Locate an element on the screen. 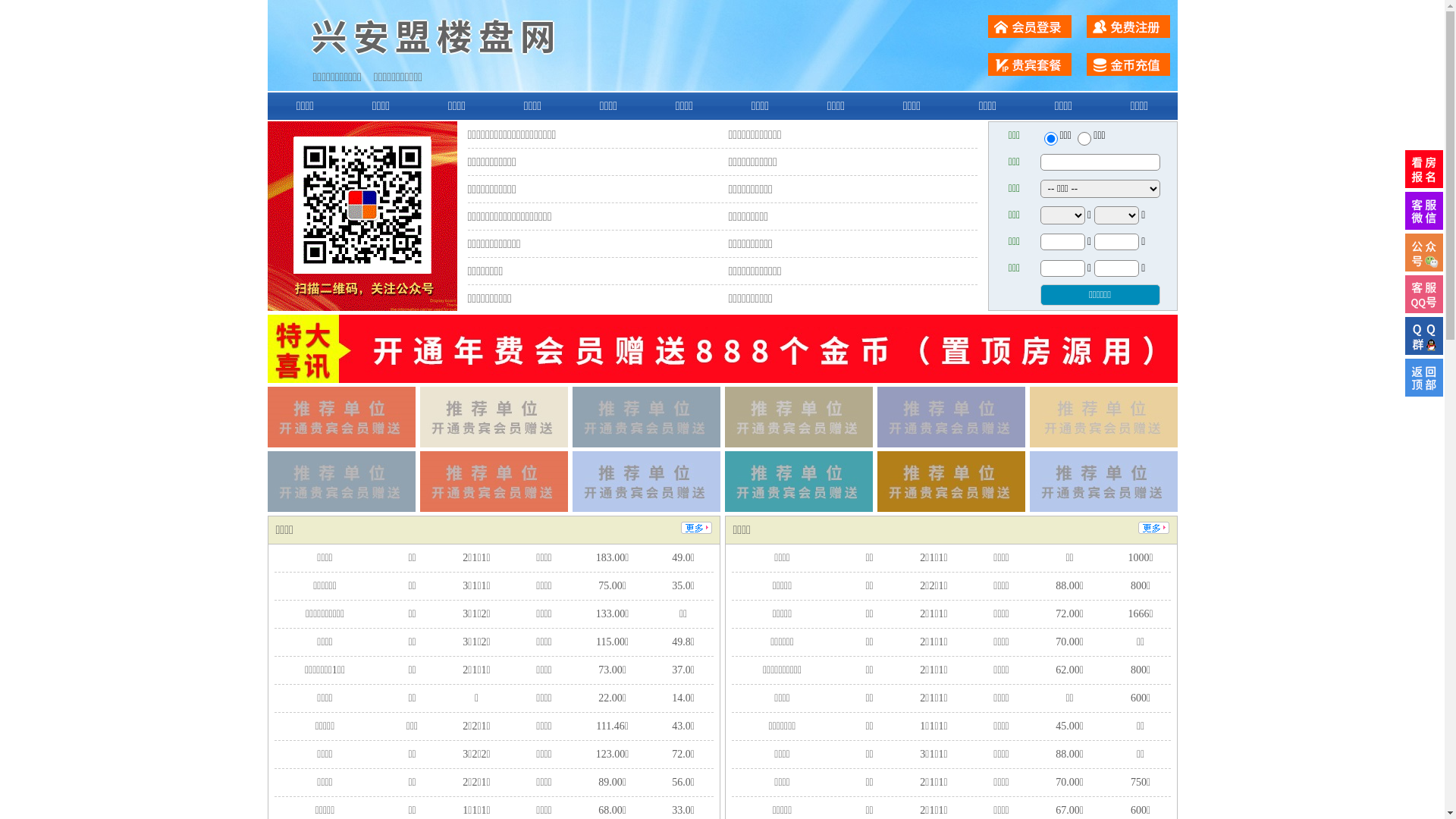 The height and width of the screenshot is (819, 1456). 'ershou' is located at coordinates (1050, 138).